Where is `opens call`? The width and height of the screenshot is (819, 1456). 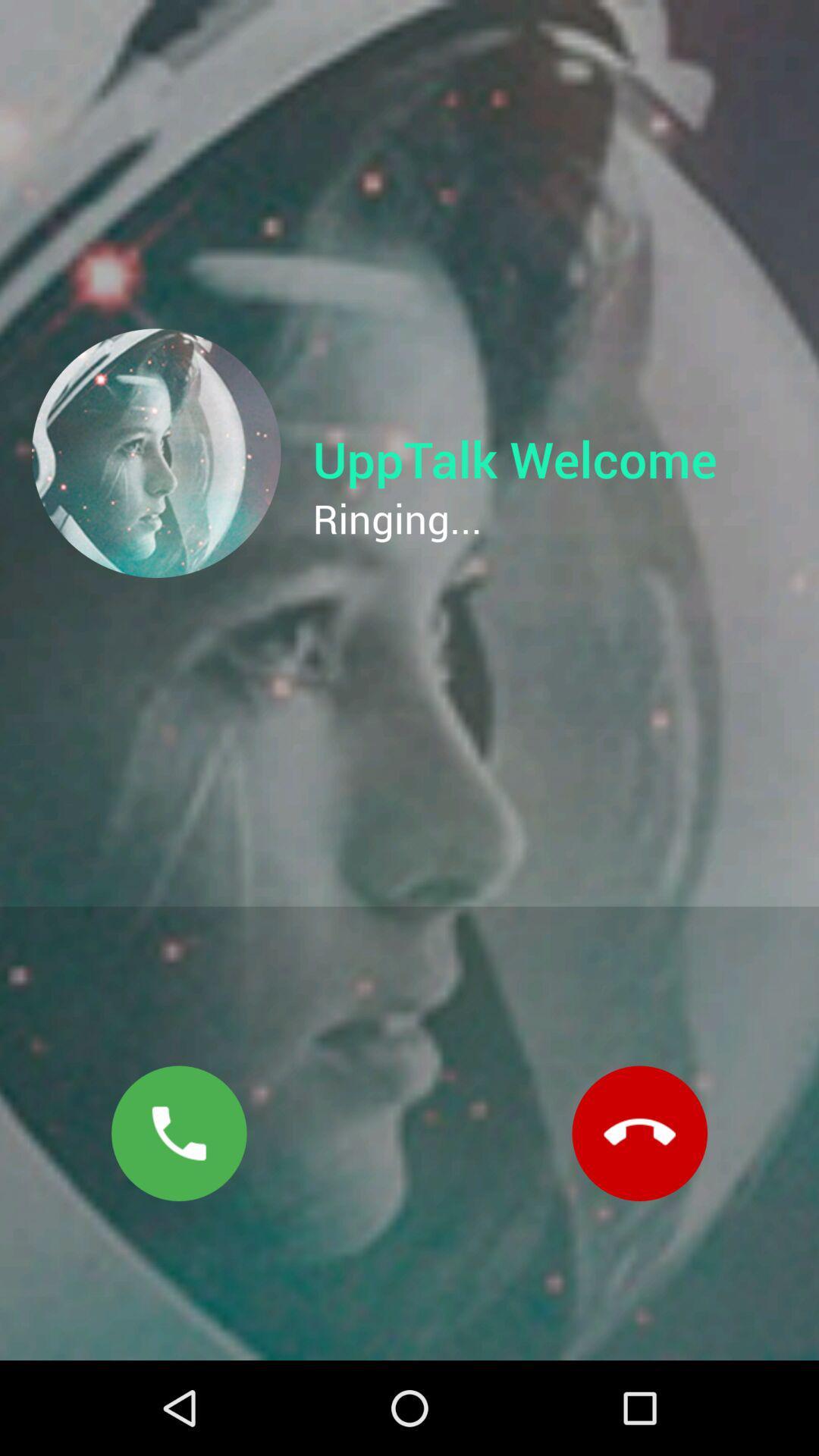 opens call is located at coordinates (178, 1133).